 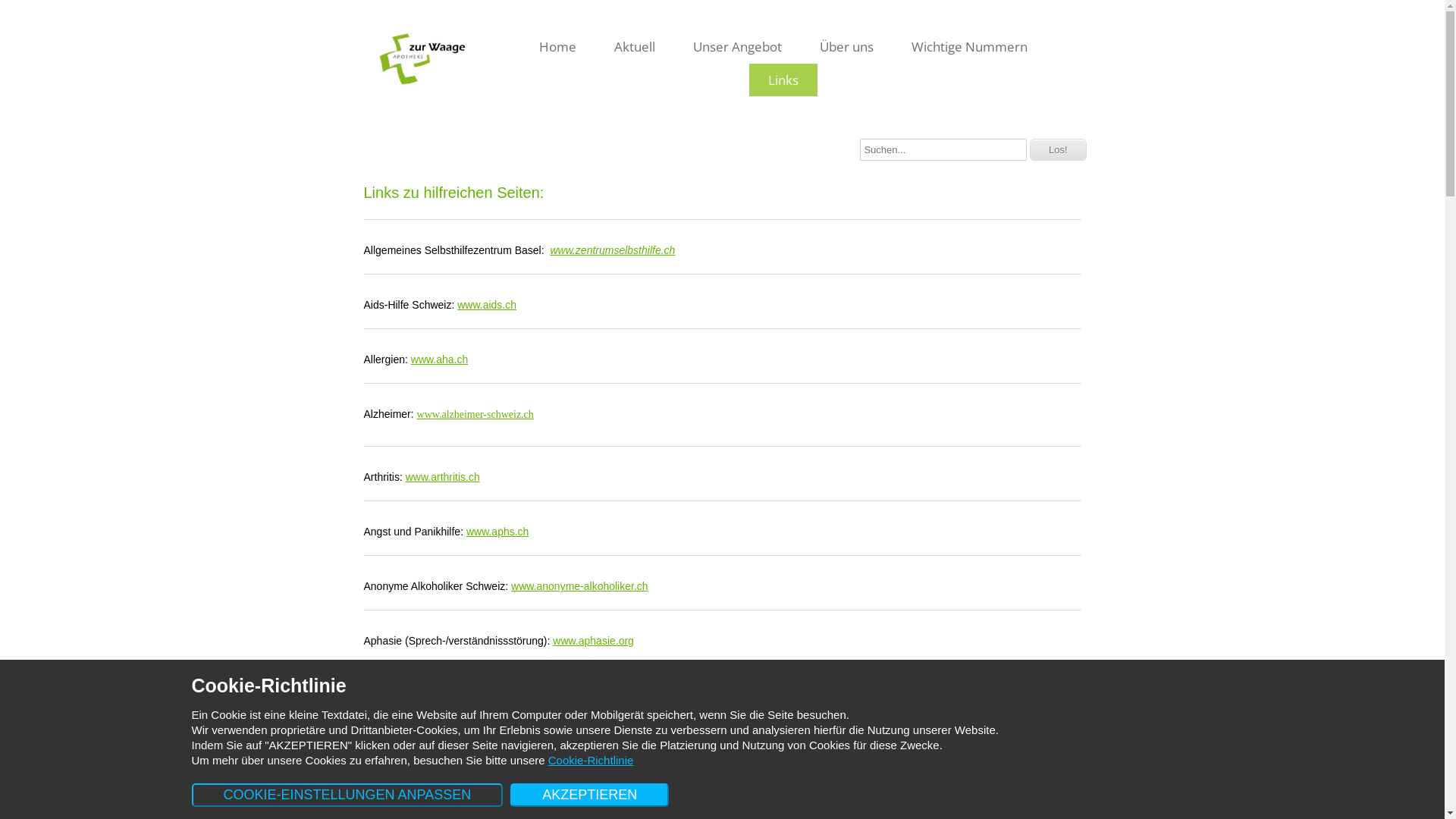 What do you see at coordinates (346, 794) in the screenshot?
I see `'COOKIE-EINSTELLUNGEN ANPASSEN'` at bounding box center [346, 794].